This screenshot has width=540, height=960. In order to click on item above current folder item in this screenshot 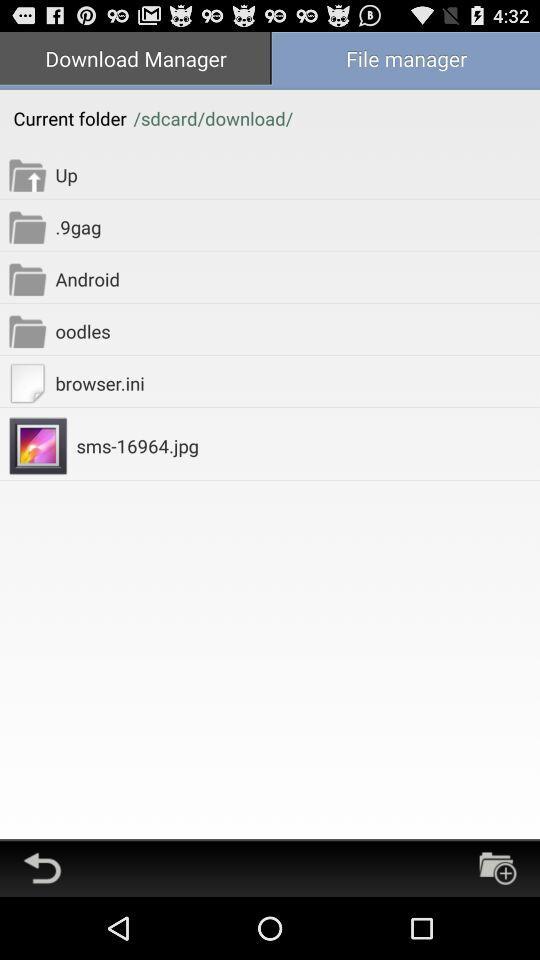, I will do `click(135, 59)`.